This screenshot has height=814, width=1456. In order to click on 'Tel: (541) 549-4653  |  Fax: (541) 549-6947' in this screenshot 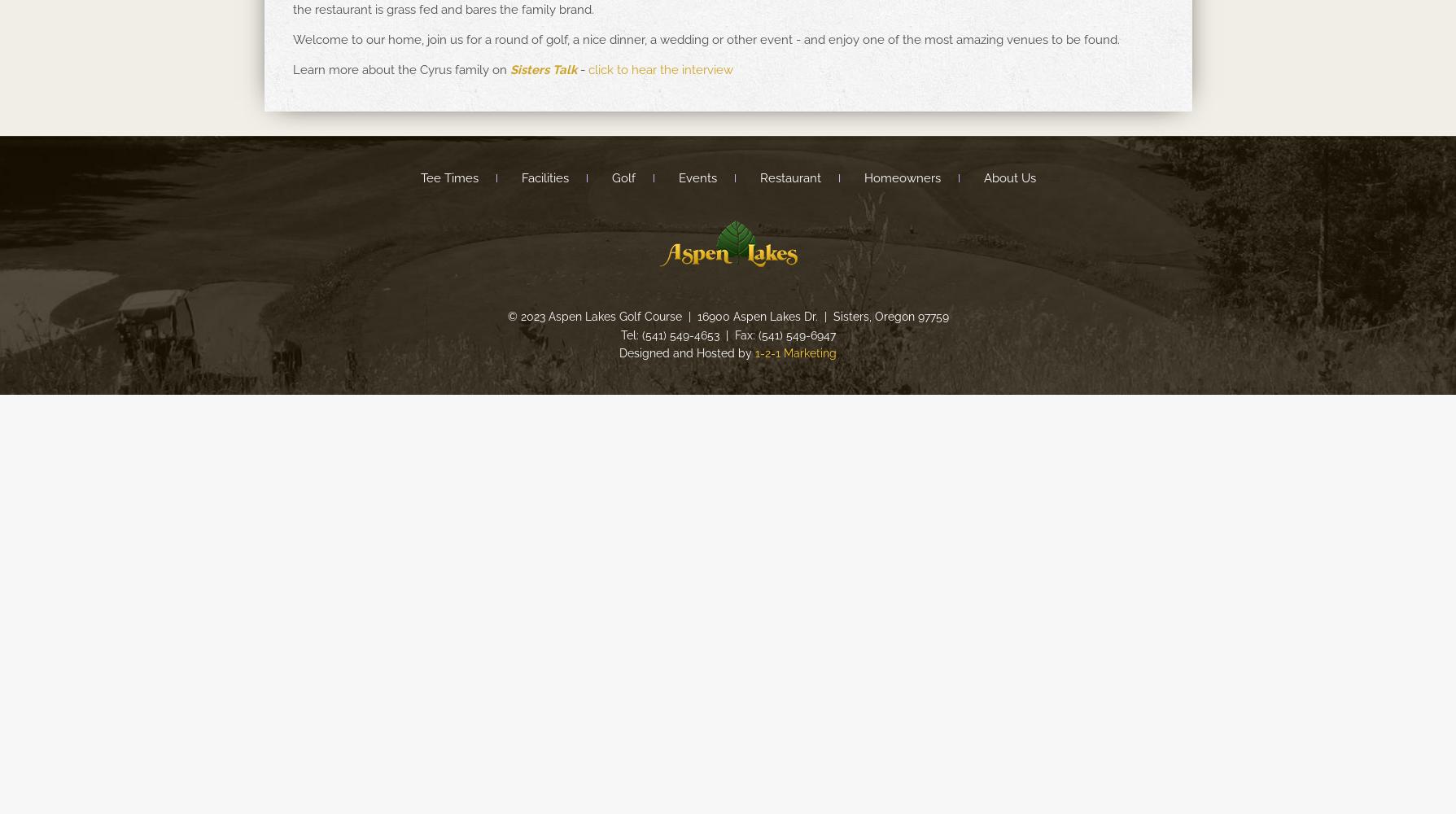, I will do `click(727, 335)`.